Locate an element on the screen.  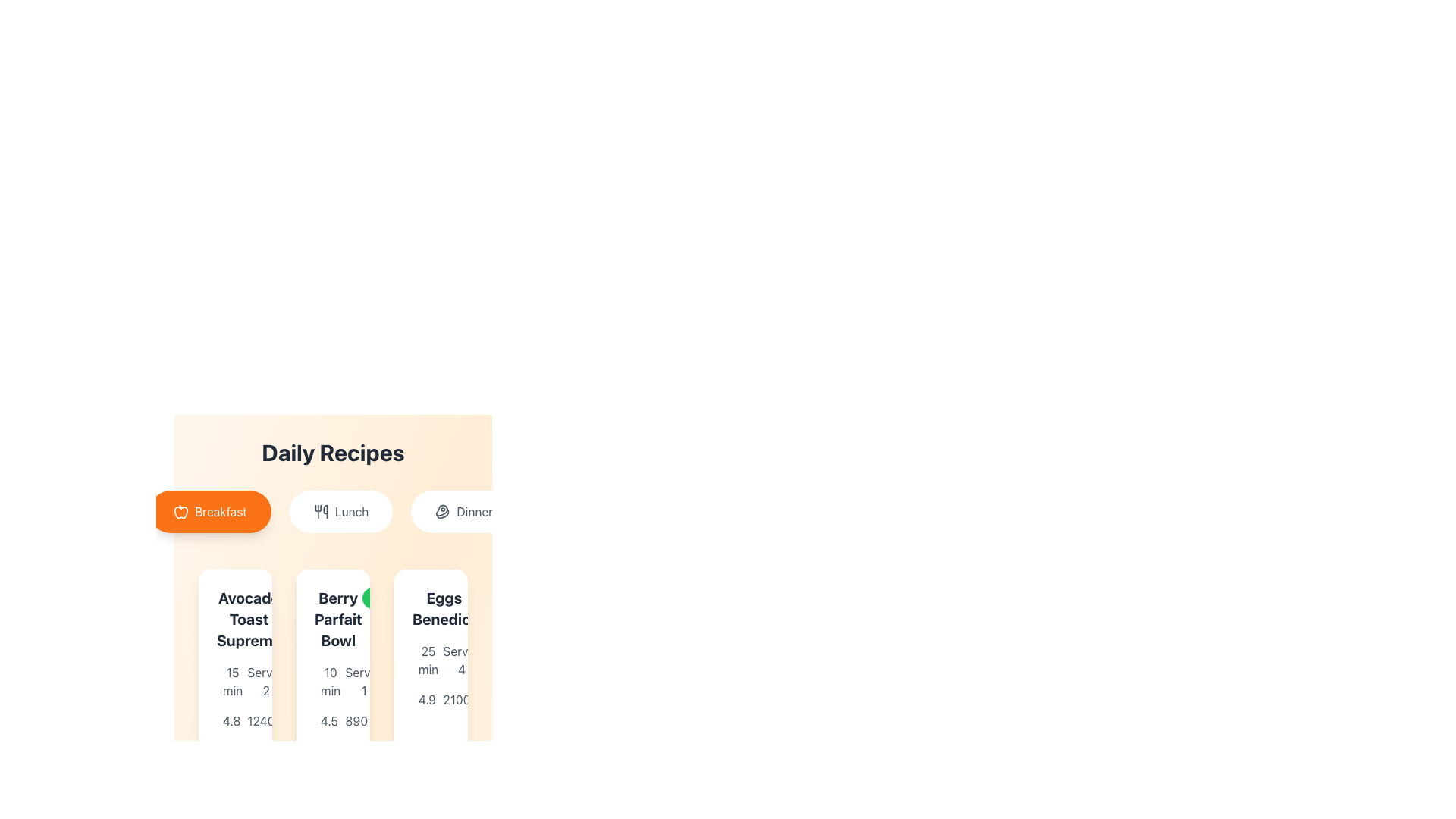
the star-shaped icon representing the rating feature within the 'Eggs Benedict' recipe card to interact with the rating is located at coordinates (422, 701).